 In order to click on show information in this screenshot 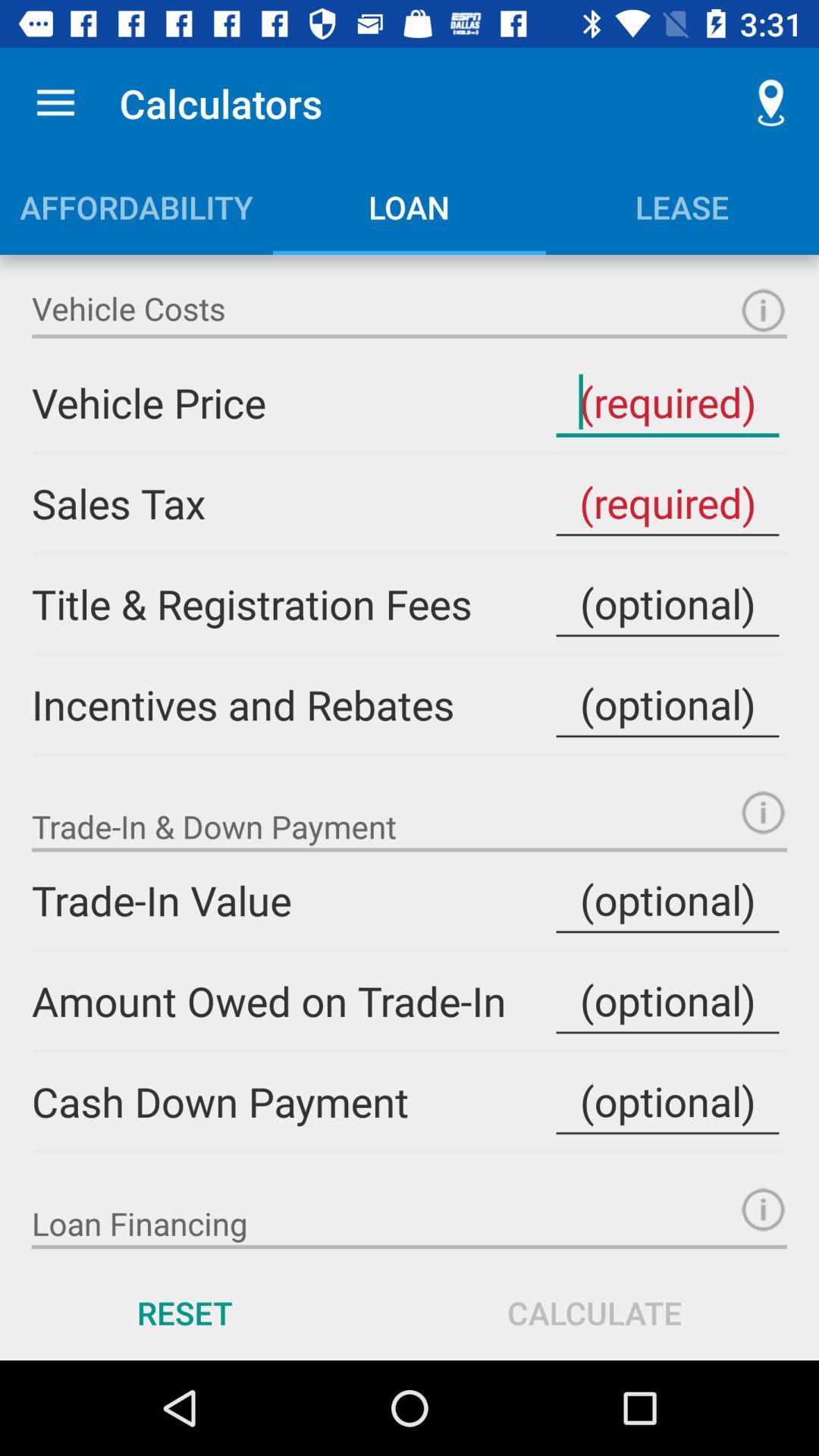, I will do `click(763, 1209)`.